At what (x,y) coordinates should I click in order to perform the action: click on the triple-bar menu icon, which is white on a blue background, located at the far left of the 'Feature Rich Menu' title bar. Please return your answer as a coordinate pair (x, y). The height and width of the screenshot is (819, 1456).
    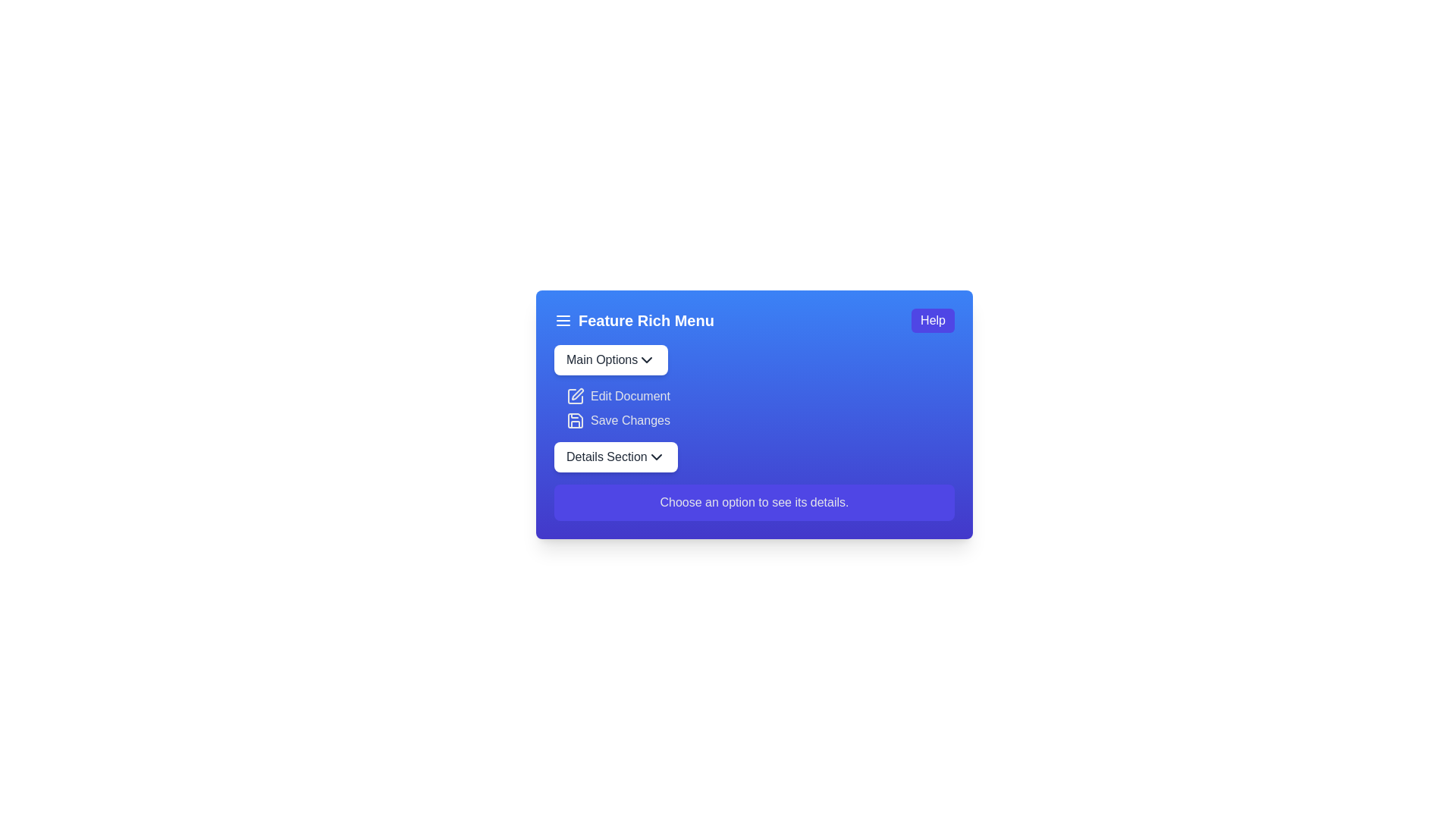
    Looking at the image, I should click on (563, 320).